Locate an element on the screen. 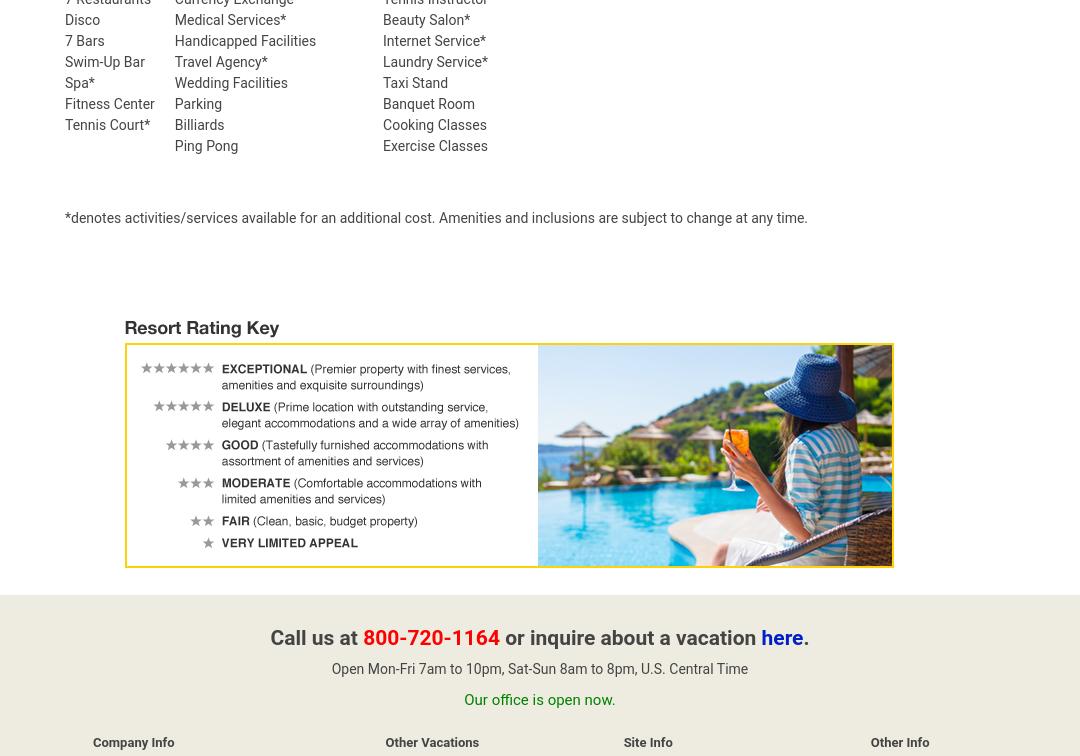 Image resolution: width=1080 pixels, height=756 pixels. '*denotes activities/services available for an additional cost. Amenities and inclusions are subject to change at any time.' is located at coordinates (435, 218).